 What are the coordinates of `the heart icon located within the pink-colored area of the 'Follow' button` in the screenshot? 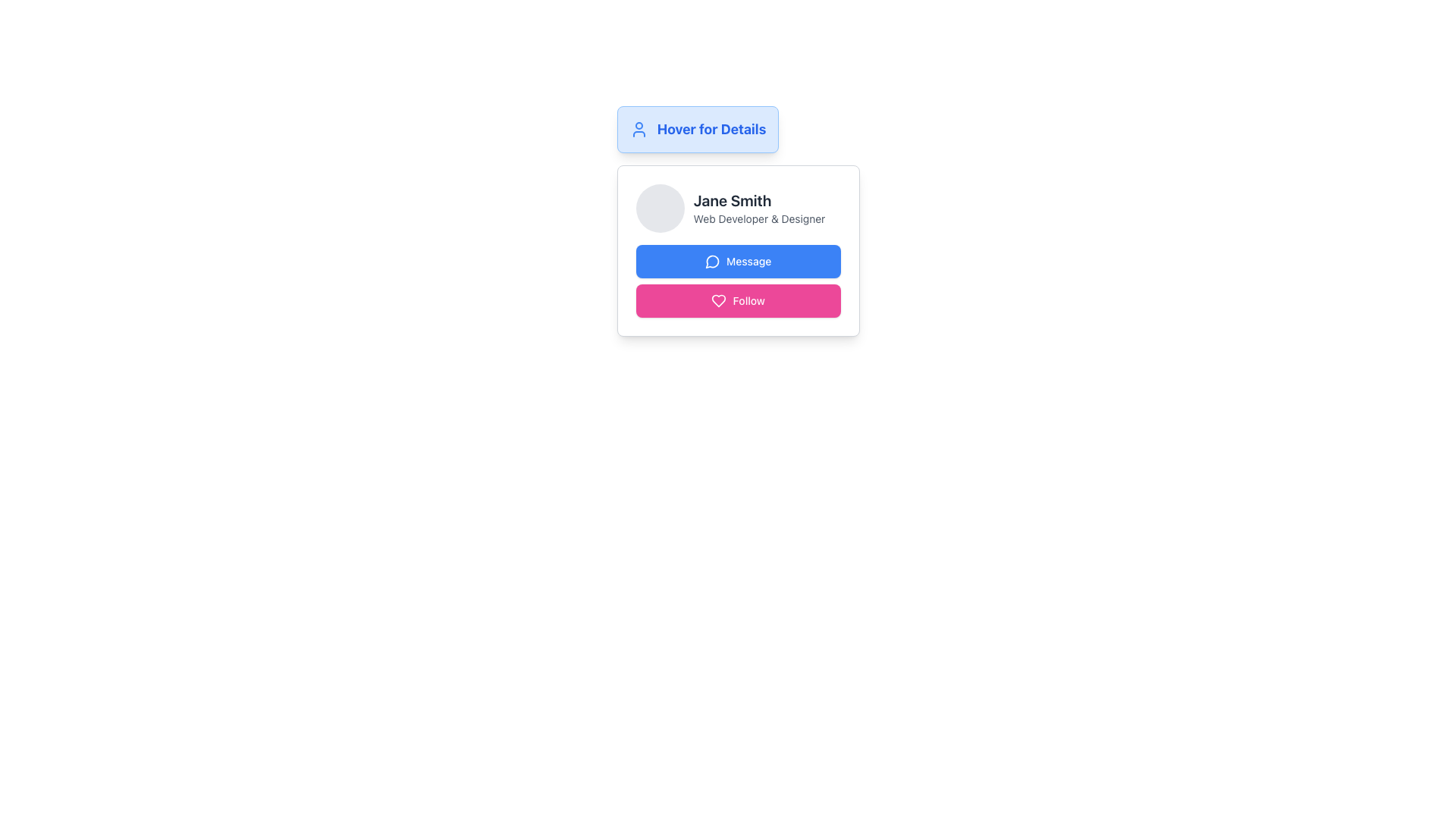 It's located at (718, 301).